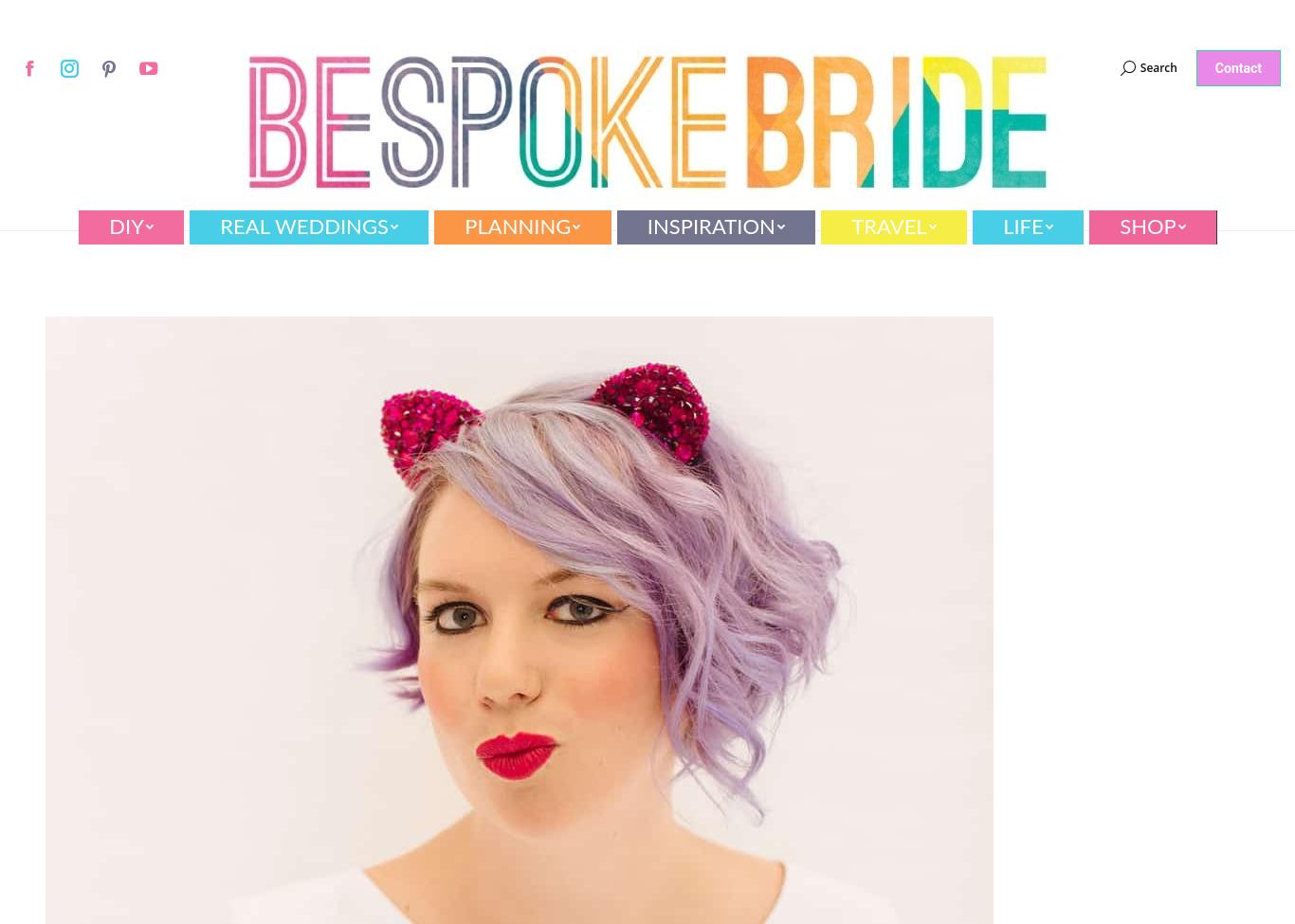 The image size is (1295, 924). Describe the element at coordinates (989, 332) in the screenshot. I see `'Behind The Scenes'` at that location.